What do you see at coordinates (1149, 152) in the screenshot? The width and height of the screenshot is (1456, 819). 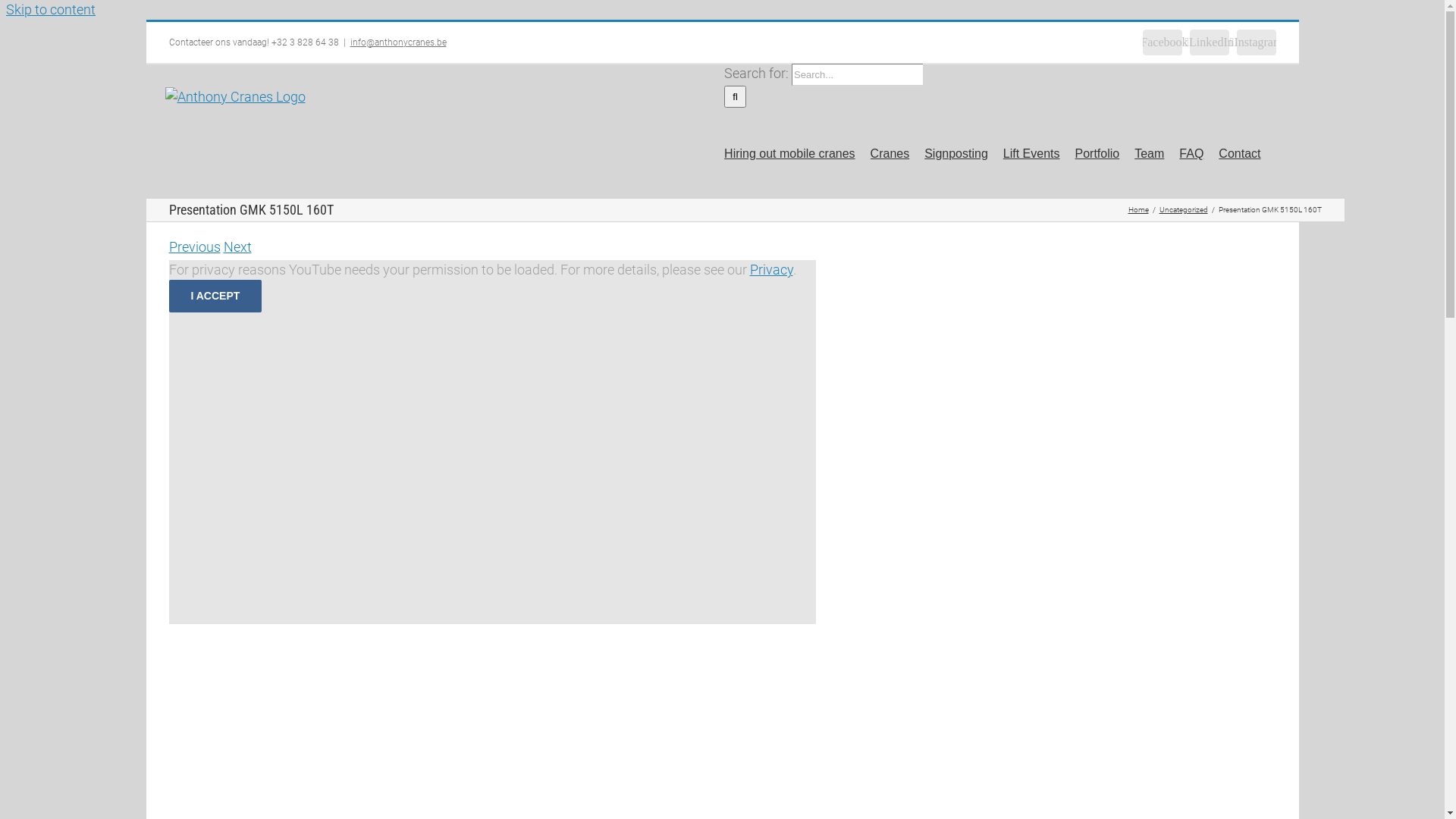 I see `'Team'` at bounding box center [1149, 152].